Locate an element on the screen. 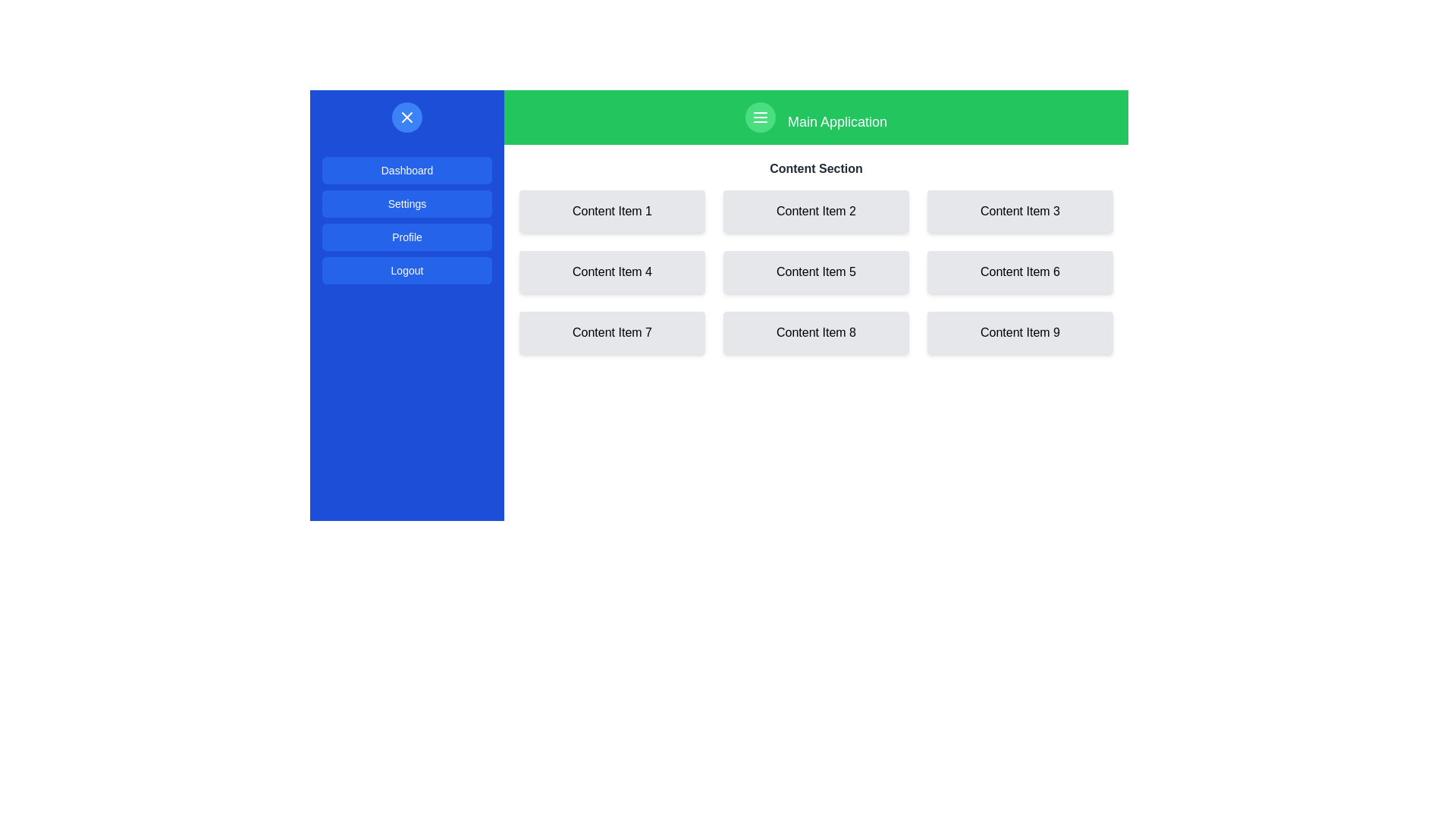 The height and width of the screenshot is (819, 1456). the circular blue button with a white 'X' icon at the top of the sidebar panel is located at coordinates (407, 116).